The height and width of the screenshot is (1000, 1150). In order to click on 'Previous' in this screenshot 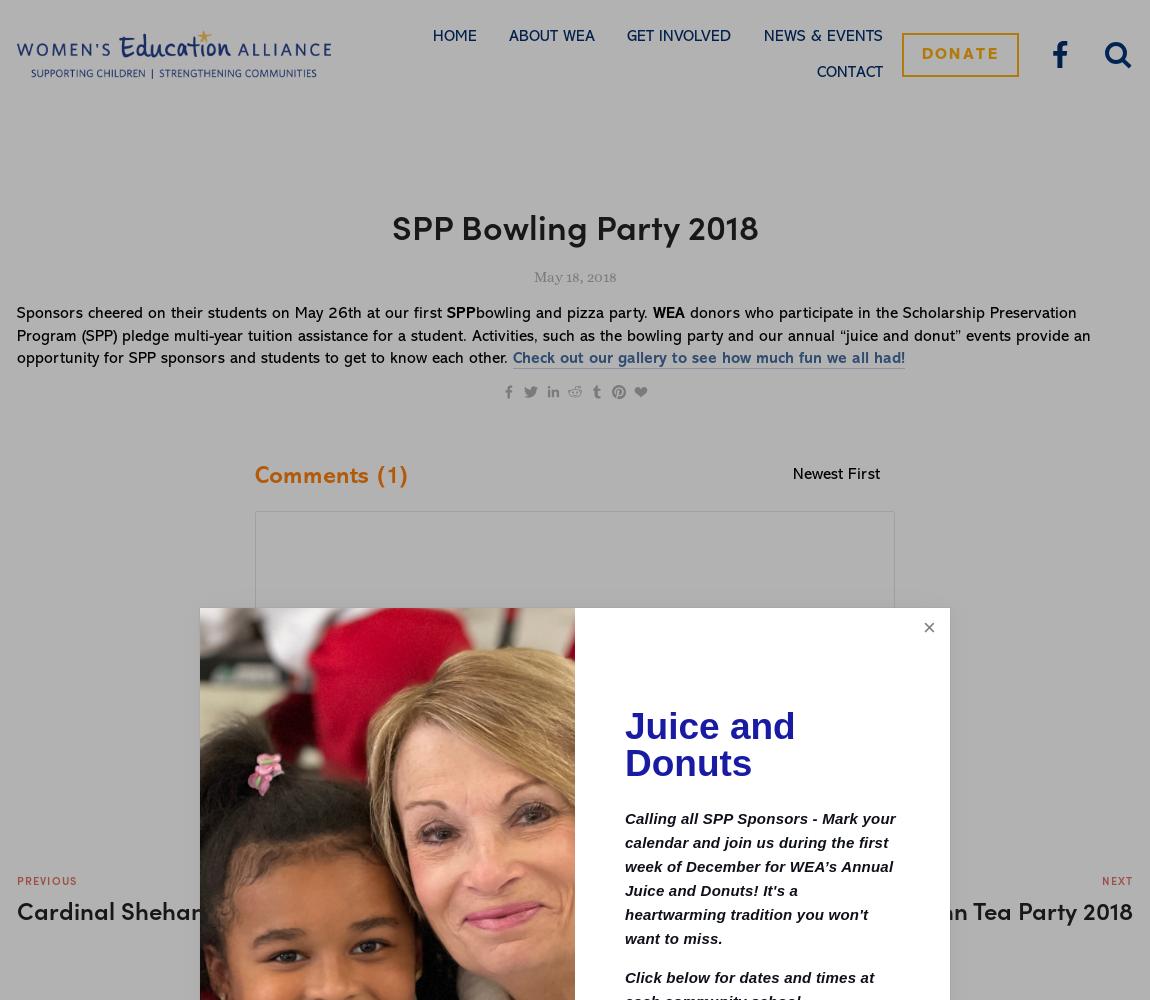, I will do `click(45, 880)`.